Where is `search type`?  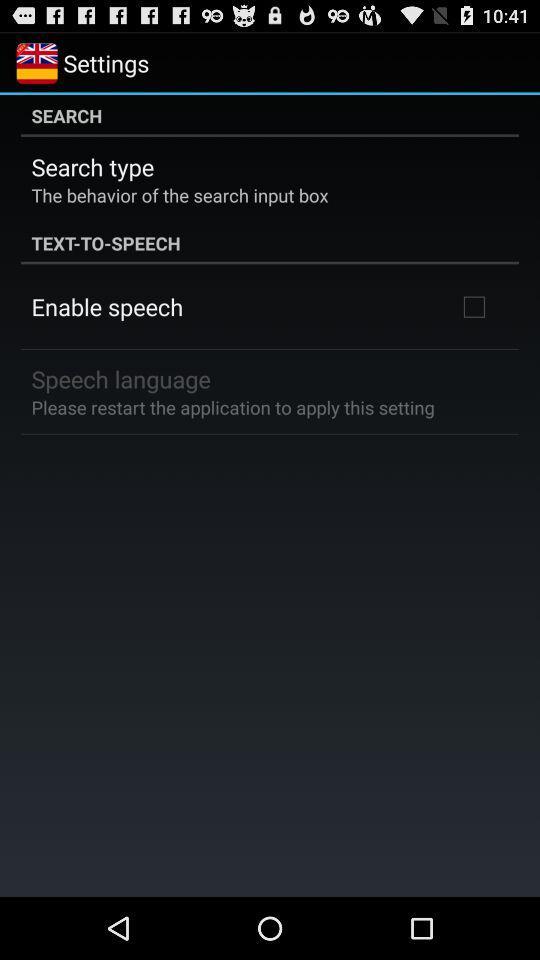
search type is located at coordinates (91, 165).